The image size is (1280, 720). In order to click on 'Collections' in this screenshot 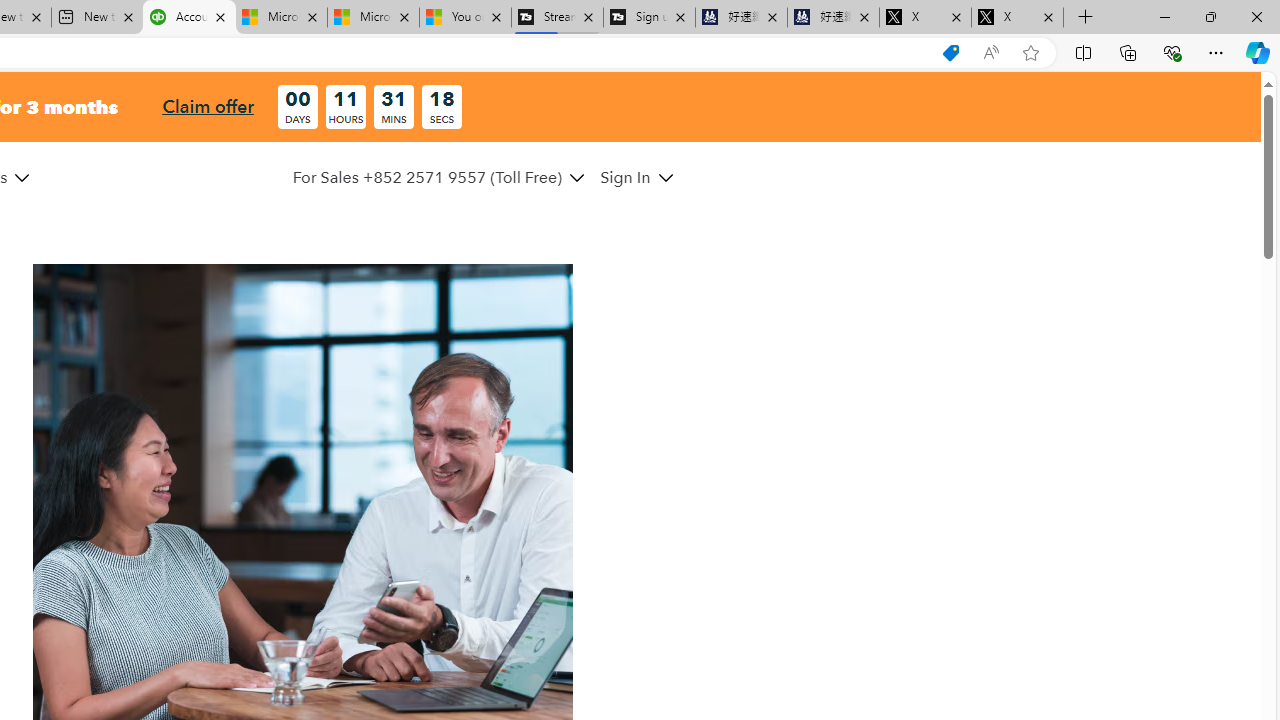, I will do `click(1128, 51)`.